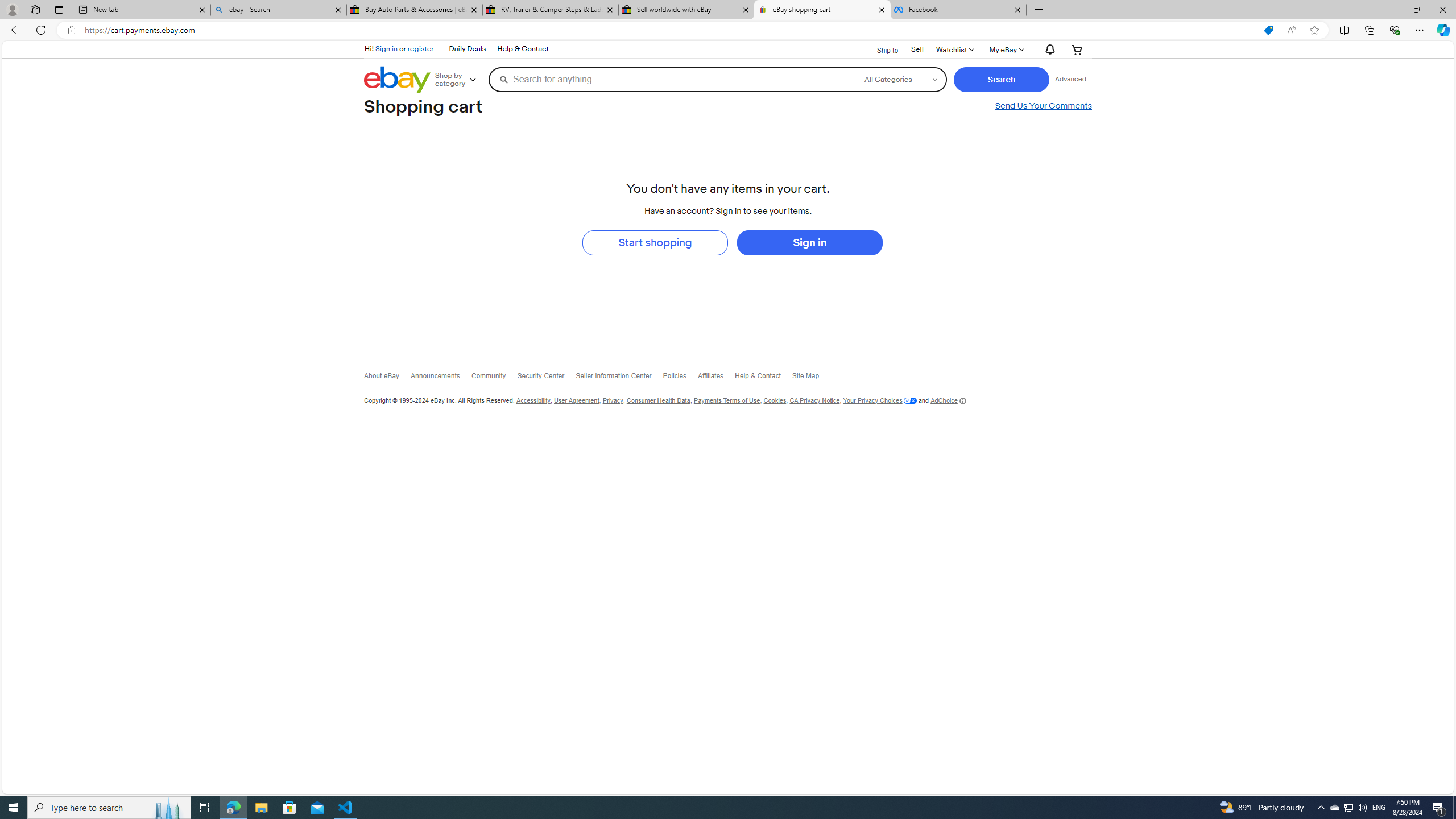  Describe the element at coordinates (278, 9) in the screenshot. I see `'ebay - Search'` at that location.